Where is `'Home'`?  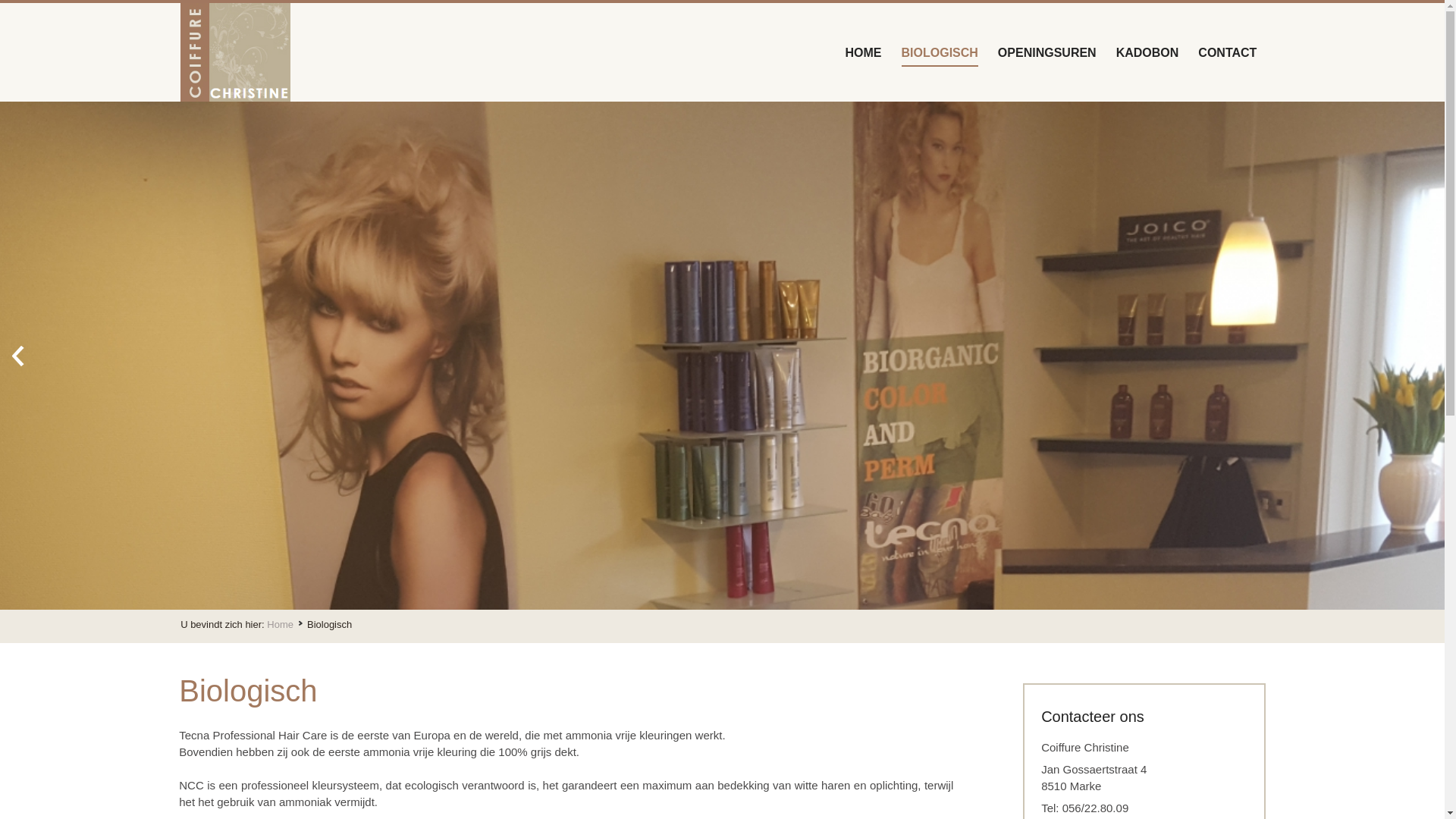 'Home' is located at coordinates (287, 624).